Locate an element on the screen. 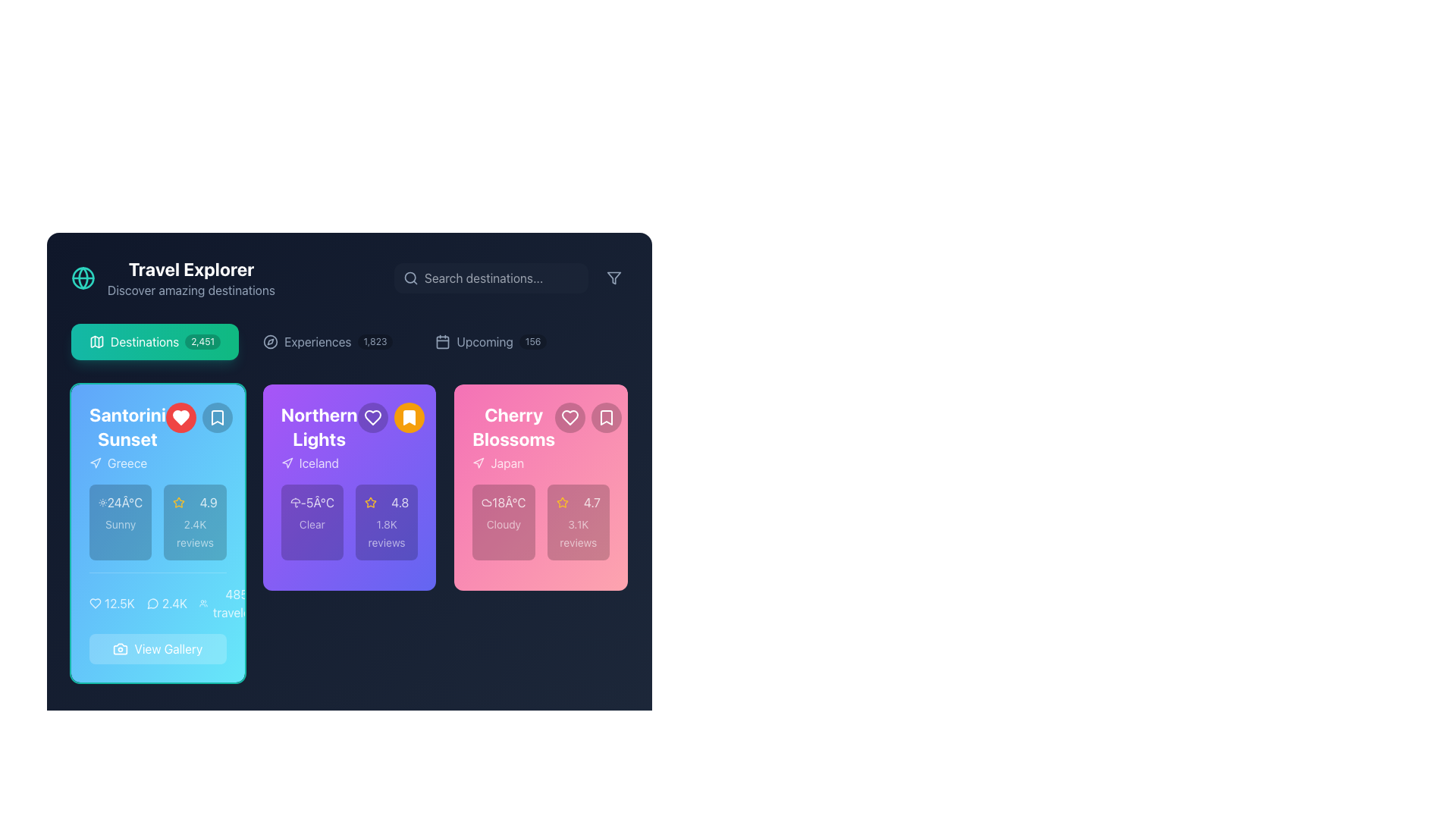  the globe icon located to the left of the 'Travel Explorer' header for additional functionalities is located at coordinates (173, 278).